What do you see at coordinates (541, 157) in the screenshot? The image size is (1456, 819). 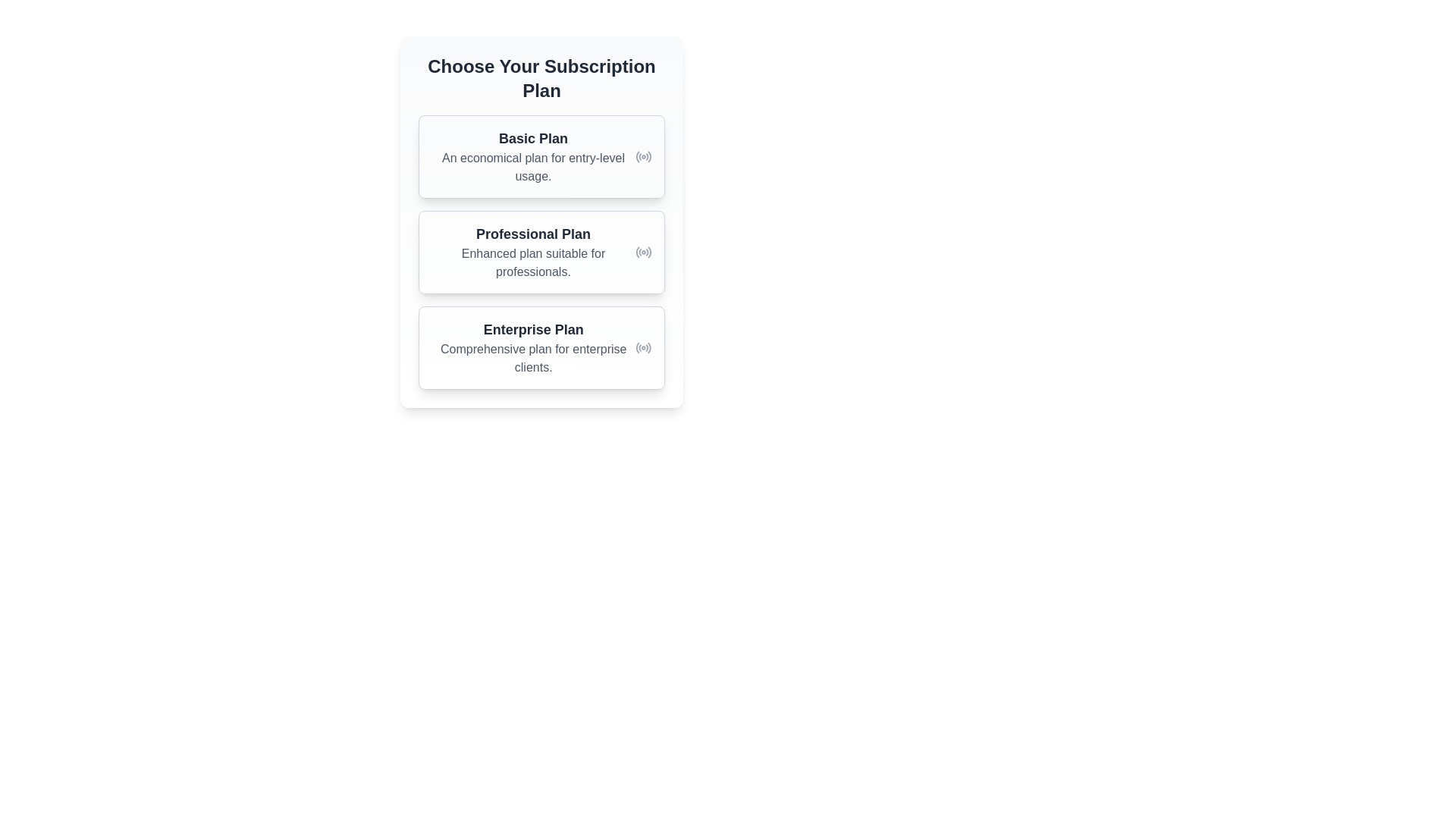 I see `the 'Basic Plan' card element, which features a white background, rounded corners, and contains the text 'Basic Plan' in bold, positioned at the top of the subscription options stack` at bounding box center [541, 157].